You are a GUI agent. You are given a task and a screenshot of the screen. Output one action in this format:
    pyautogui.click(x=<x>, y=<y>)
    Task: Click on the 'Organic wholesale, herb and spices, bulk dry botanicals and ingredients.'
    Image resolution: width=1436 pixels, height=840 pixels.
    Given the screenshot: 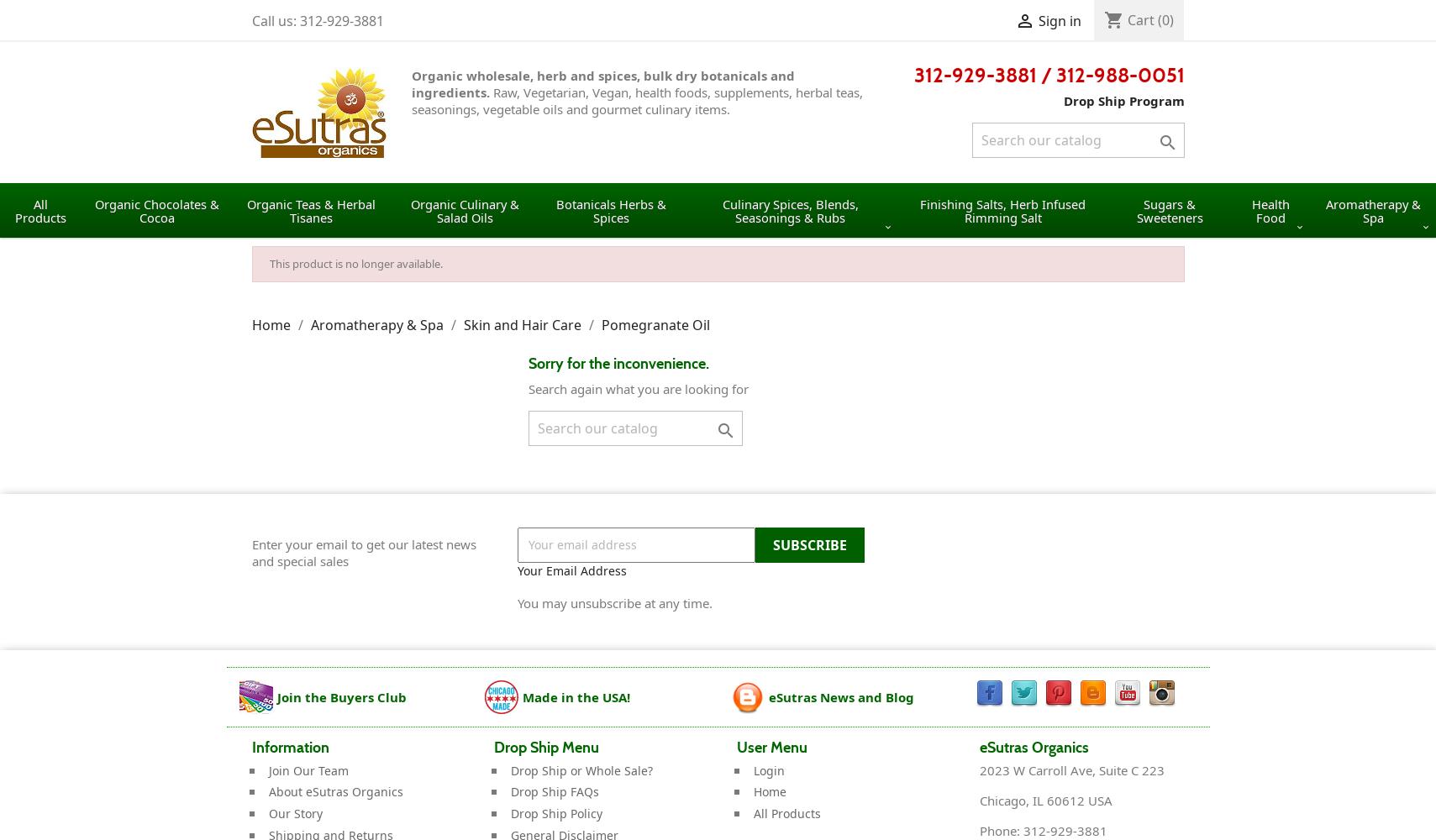 What is the action you would take?
    pyautogui.click(x=601, y=83)
    